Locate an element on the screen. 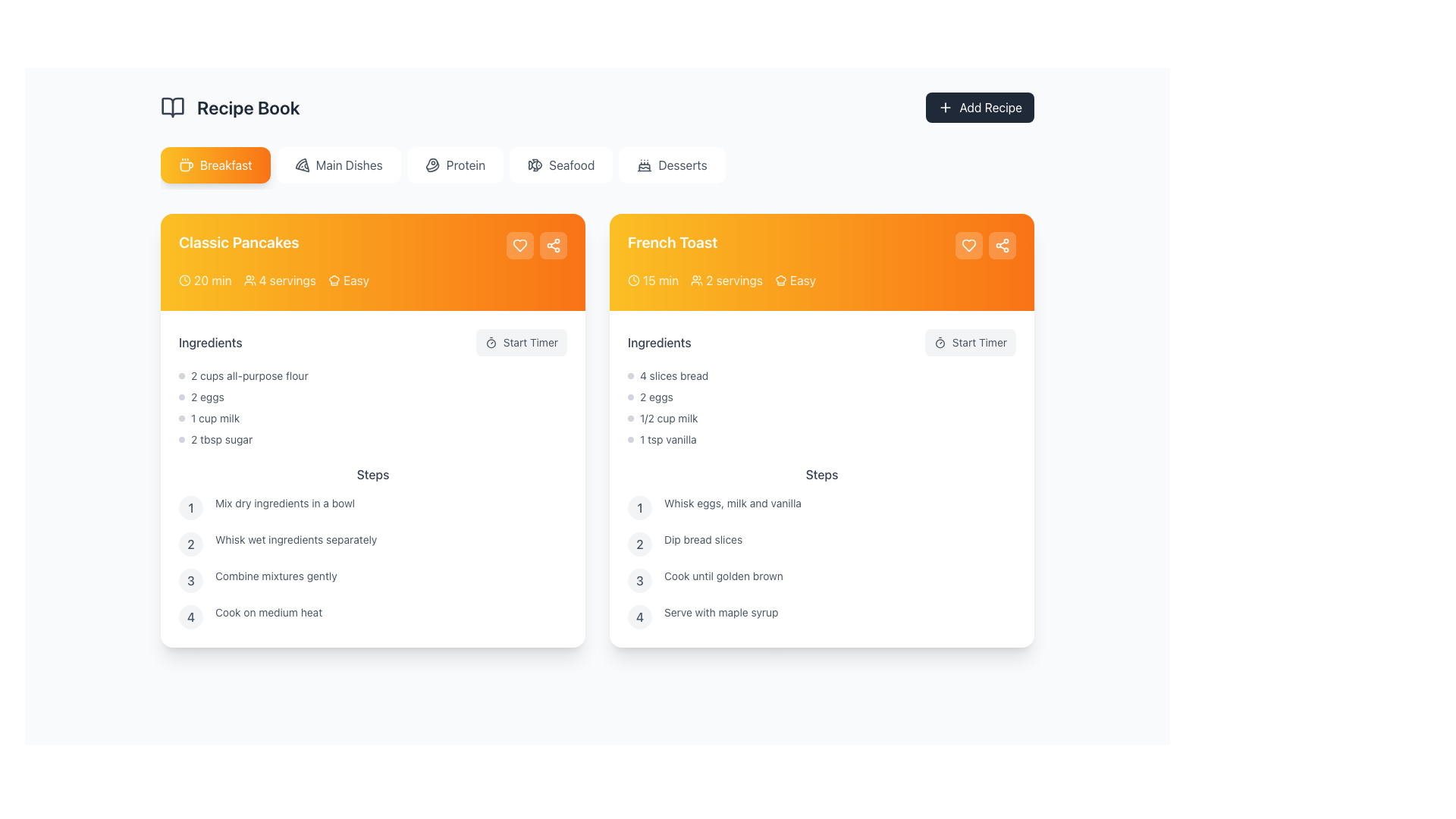 The height and width of the screenshot is (819, 1456). the step number label located at the bottom right of the 'Steps' section within the 'French Toast' card, which represents the fourth step in the ordered steps list is located at coordinates (640, 617).